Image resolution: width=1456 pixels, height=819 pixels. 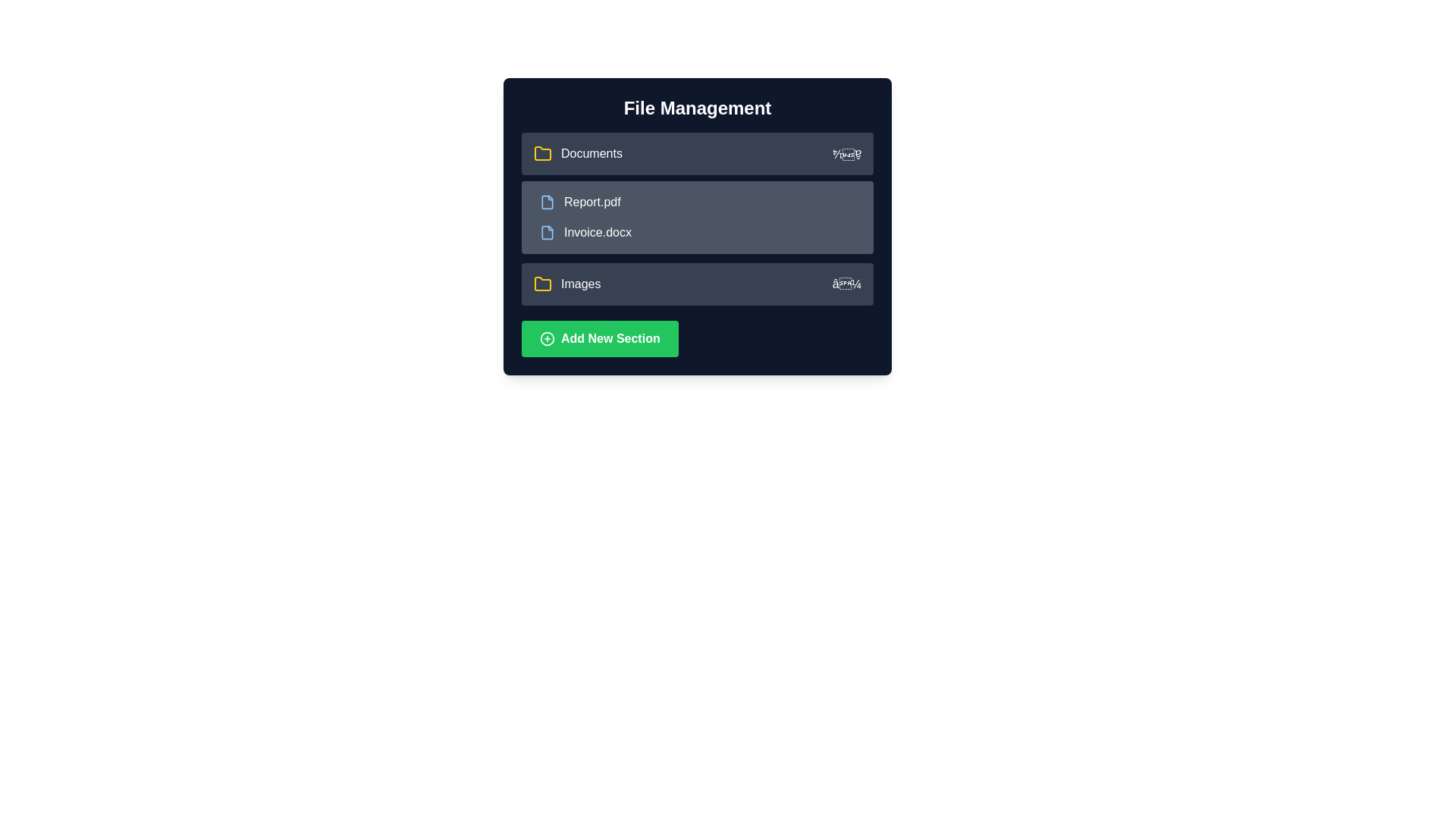 I want to click on the folder icon representing 'Images', so click(x=542, y=284).